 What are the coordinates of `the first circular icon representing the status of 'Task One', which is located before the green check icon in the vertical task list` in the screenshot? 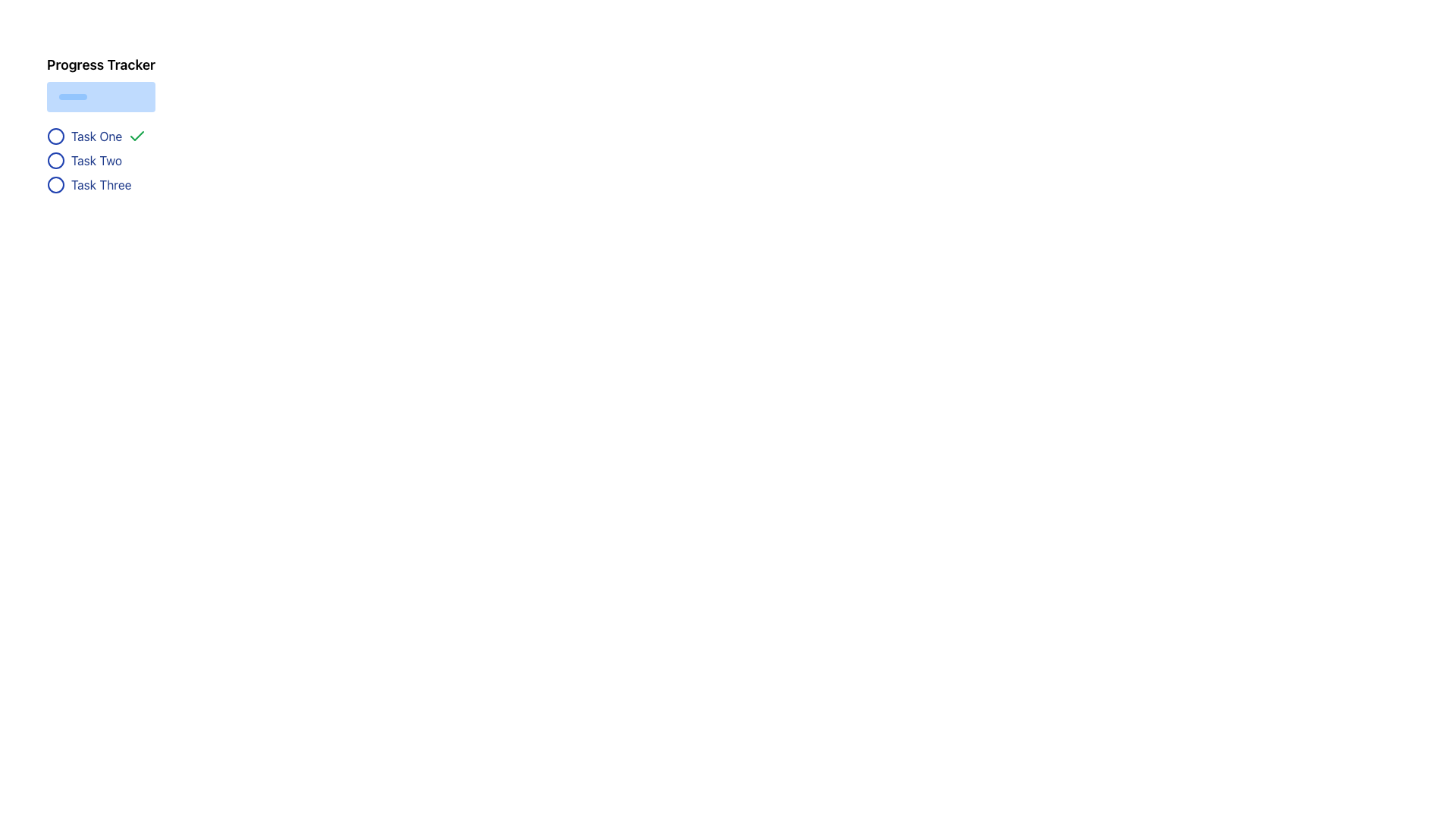 It's located at (55, 136).